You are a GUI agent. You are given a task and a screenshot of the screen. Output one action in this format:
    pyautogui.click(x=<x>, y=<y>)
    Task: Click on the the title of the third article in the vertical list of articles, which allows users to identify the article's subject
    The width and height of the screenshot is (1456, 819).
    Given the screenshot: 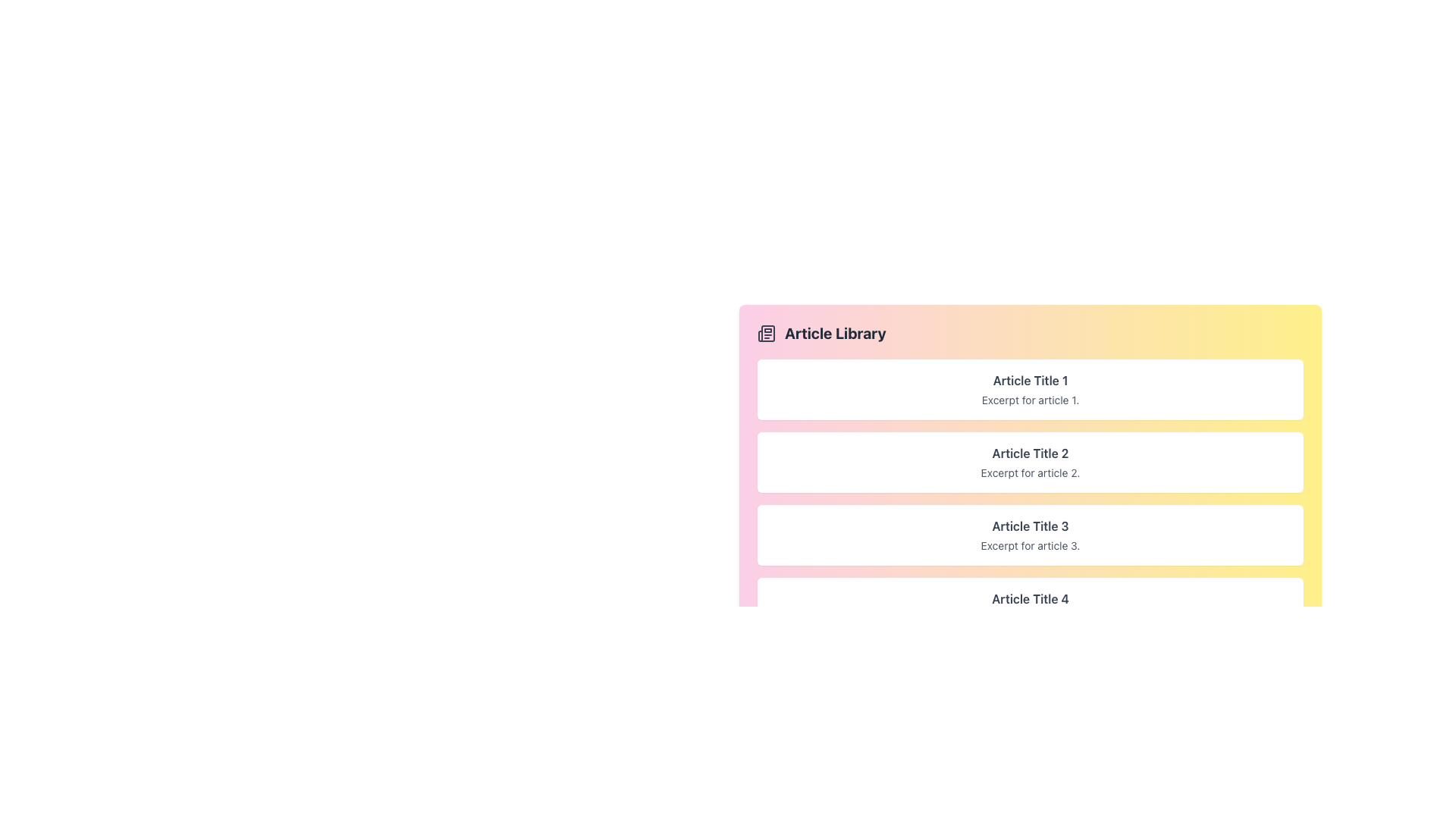 What is the action you would take?
    pyautogui.click(x=1030, y=526)
    